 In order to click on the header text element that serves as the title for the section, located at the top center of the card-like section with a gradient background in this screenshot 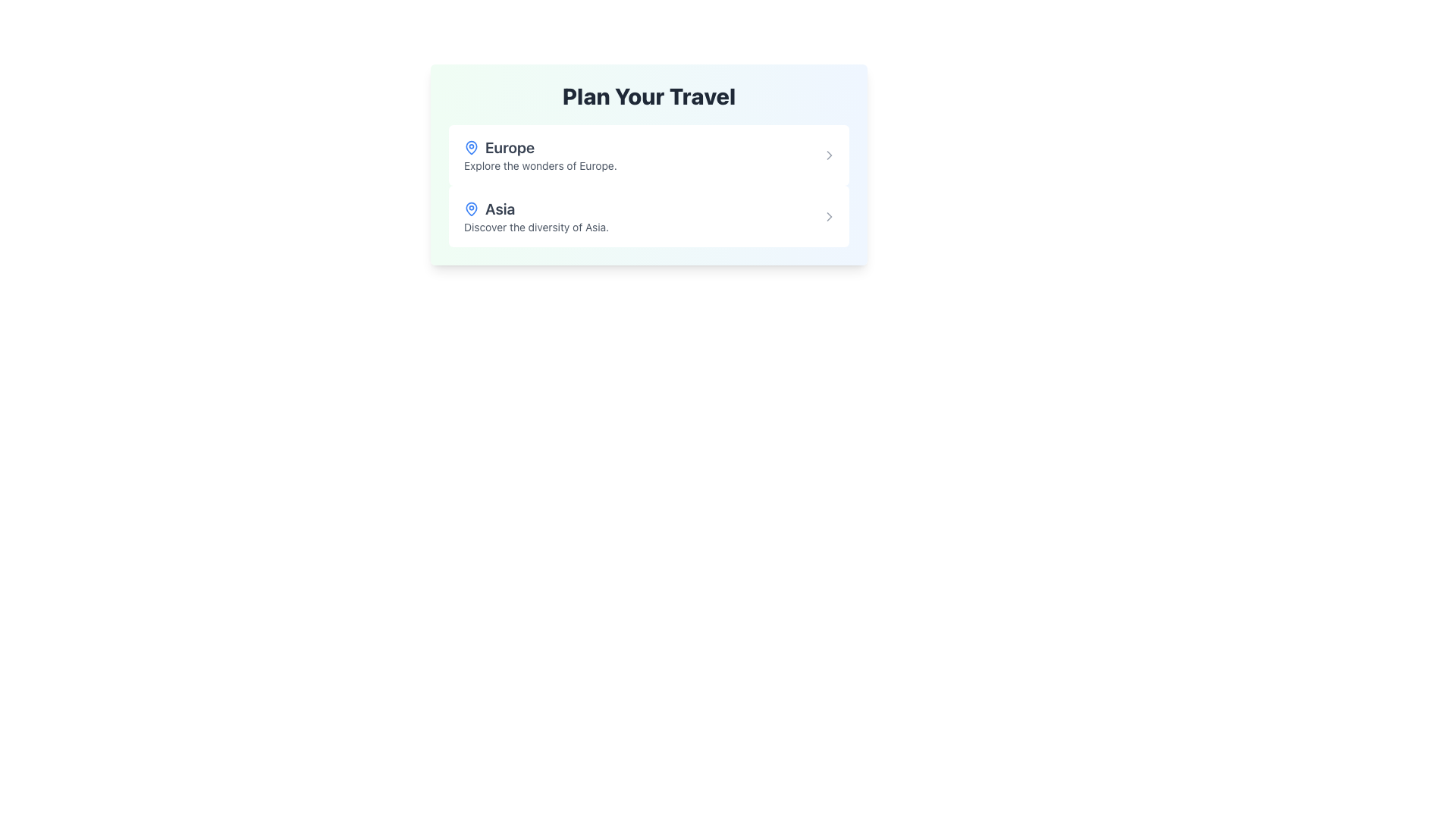, I will do `click(648, 96)`.